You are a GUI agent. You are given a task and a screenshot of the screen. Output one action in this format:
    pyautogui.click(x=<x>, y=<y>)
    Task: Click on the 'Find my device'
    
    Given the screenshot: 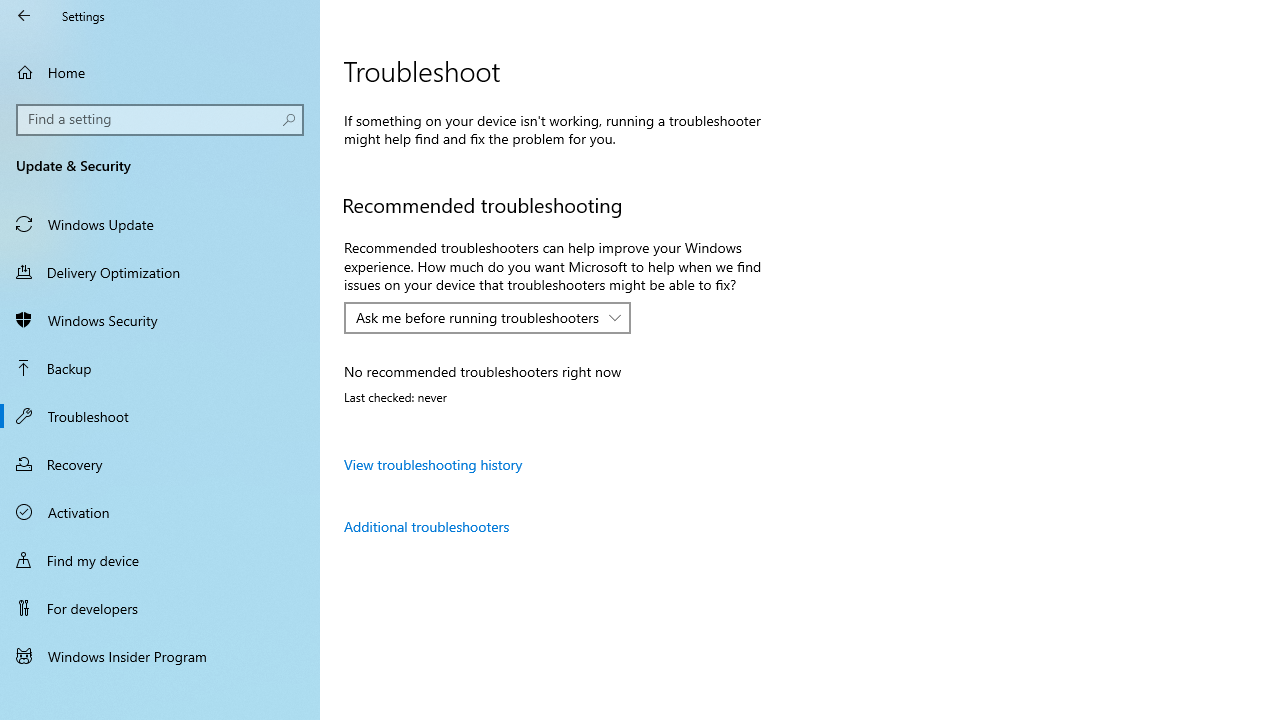 What is the action you would take?
    pyautogui.click(x=160, y=559)
    